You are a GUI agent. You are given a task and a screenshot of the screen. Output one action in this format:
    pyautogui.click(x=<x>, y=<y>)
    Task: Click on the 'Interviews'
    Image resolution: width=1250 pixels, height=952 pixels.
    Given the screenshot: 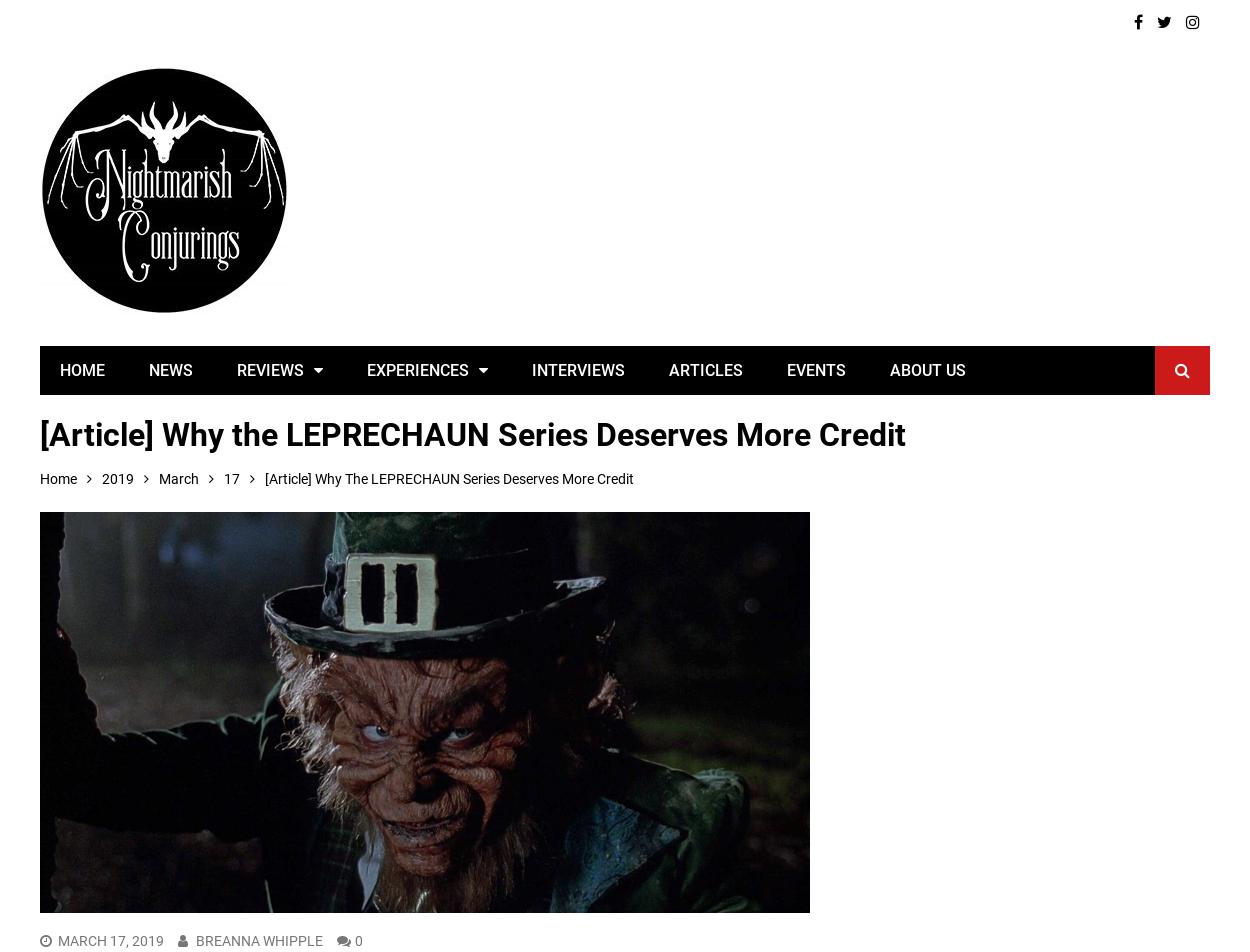 What is the action you would take?
    pyautogui.click(x=577, y=369)
    